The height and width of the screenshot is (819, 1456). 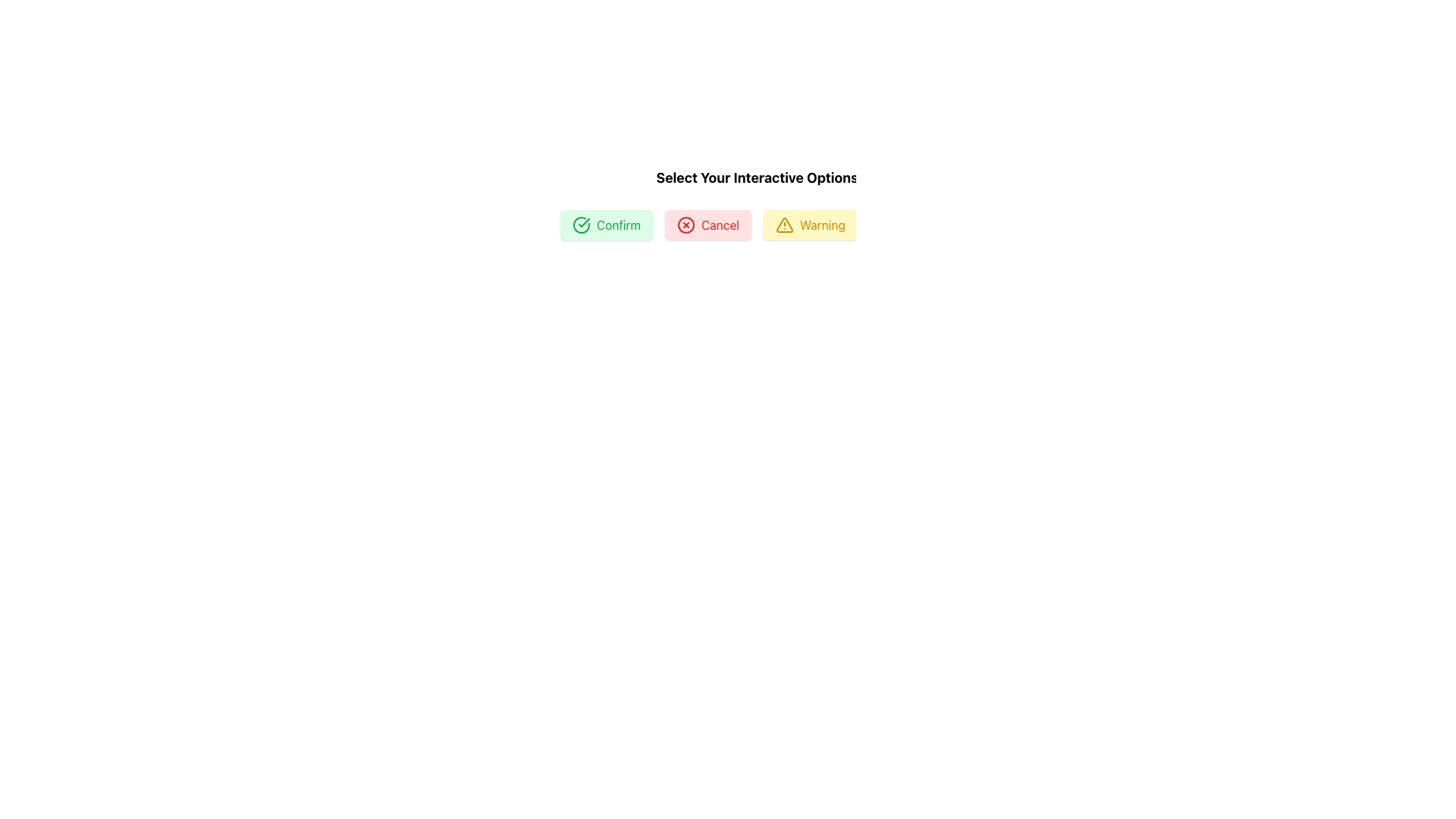 What do you see at coordinates (581, 225) in the screenshot?
I see `the confirmation icon located at the far left of the green 'Confirm' button, which visually represents confirmation or approval within the horizontal button layout` at bounding box center [581, 225].